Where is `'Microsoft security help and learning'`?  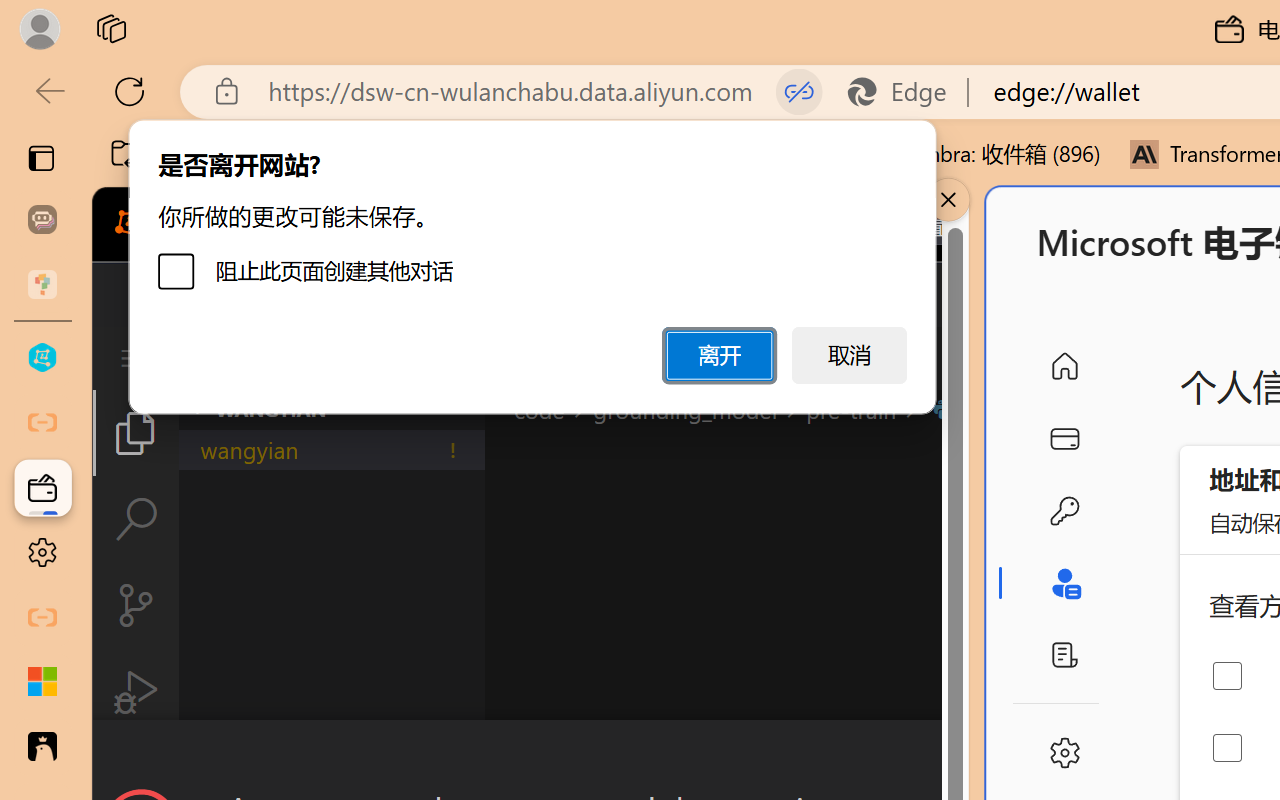
'Microsoft security help and learning' is located at coordinates (42, 682).